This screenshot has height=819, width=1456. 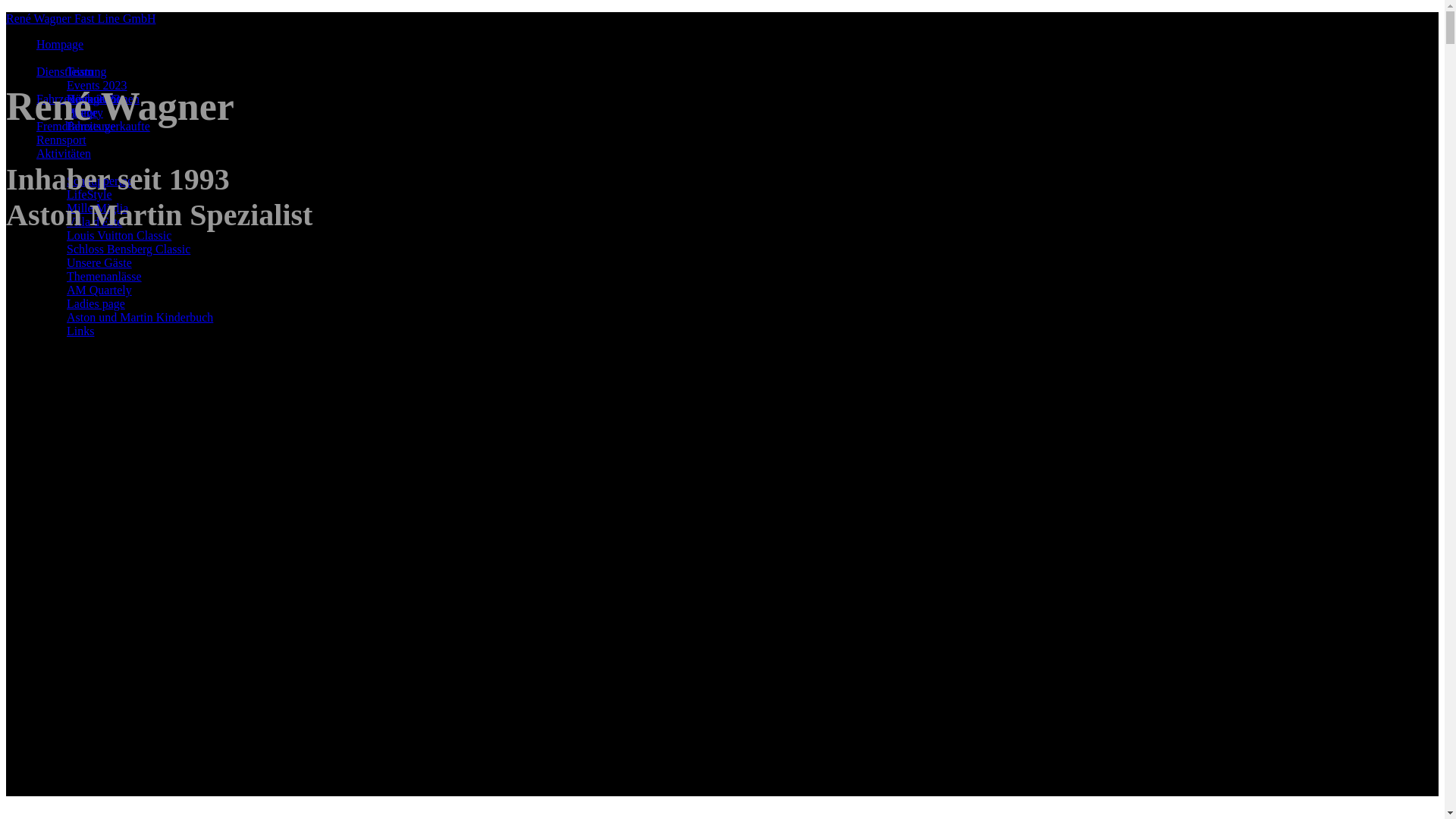 I want to click on 'Bereits verkaufte', so click(x=65, y=125).